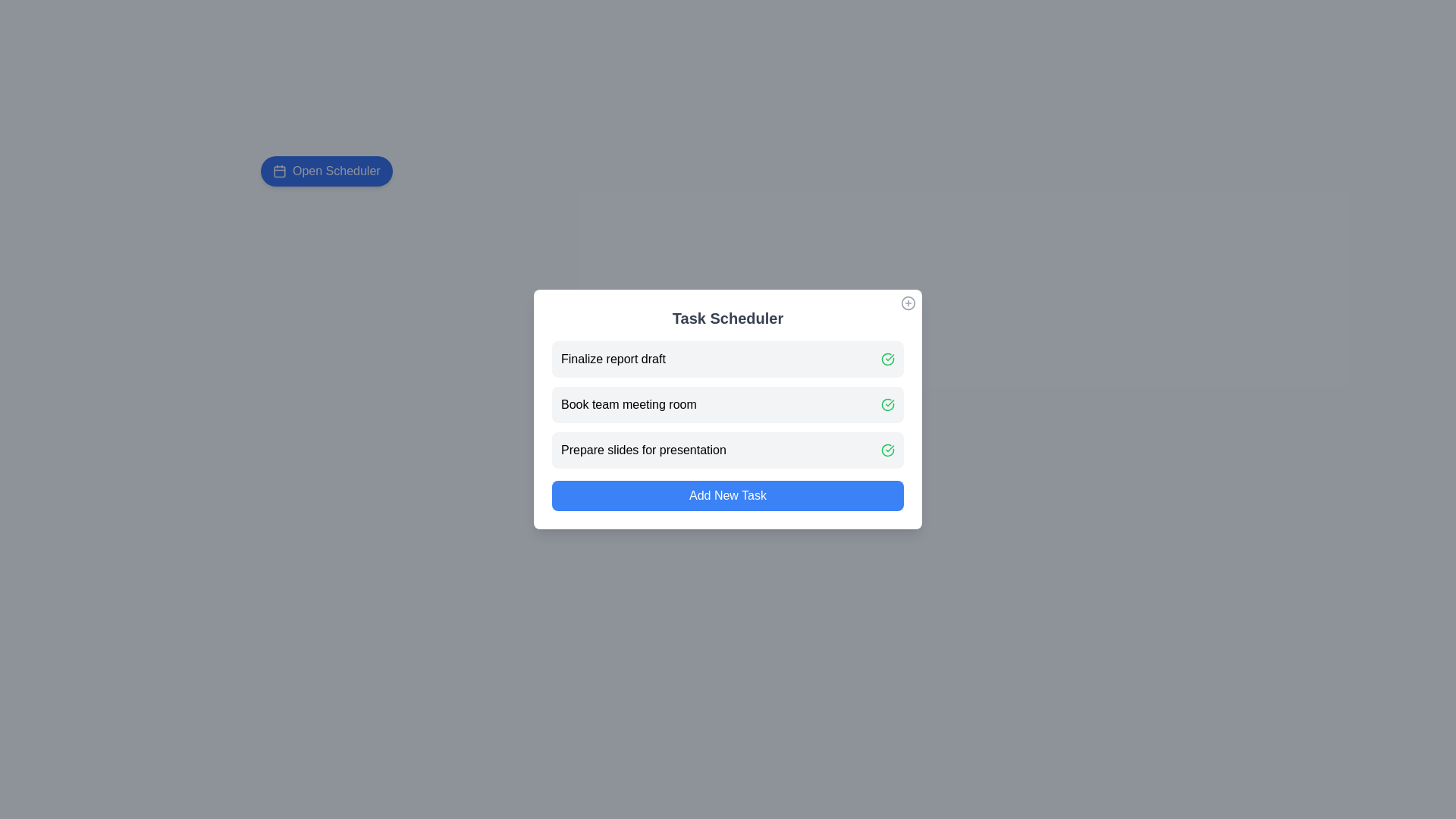  I want to click on the text label representing the task 'Prepare slides for presentation' located within the 'Task Scheduler' group box, so click(644, 450).